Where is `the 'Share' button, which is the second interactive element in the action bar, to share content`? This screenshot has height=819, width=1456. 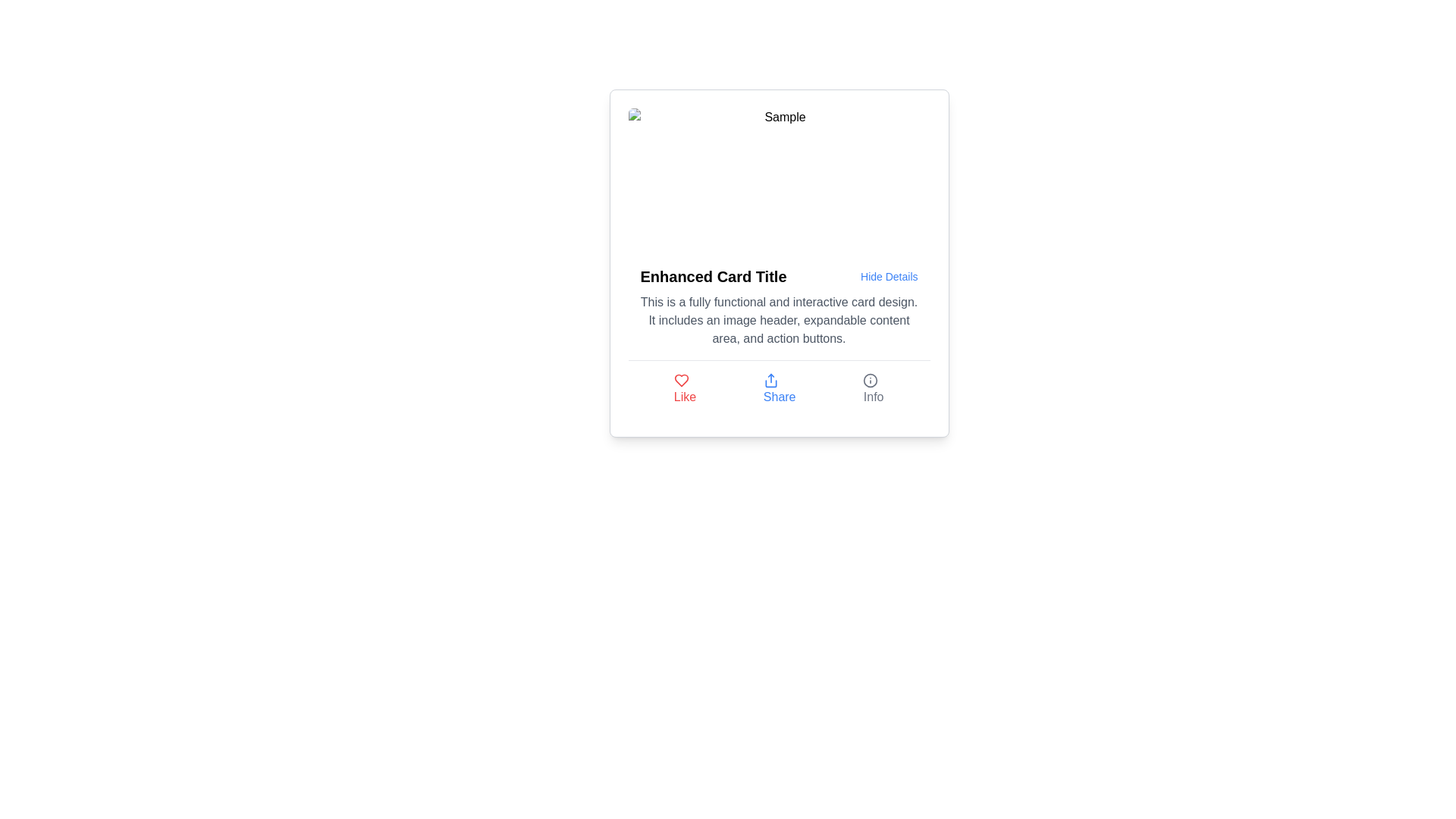 the 'Share' button, which is the second interactive element in the action bar, to share content is located at coordinates (780, 388).